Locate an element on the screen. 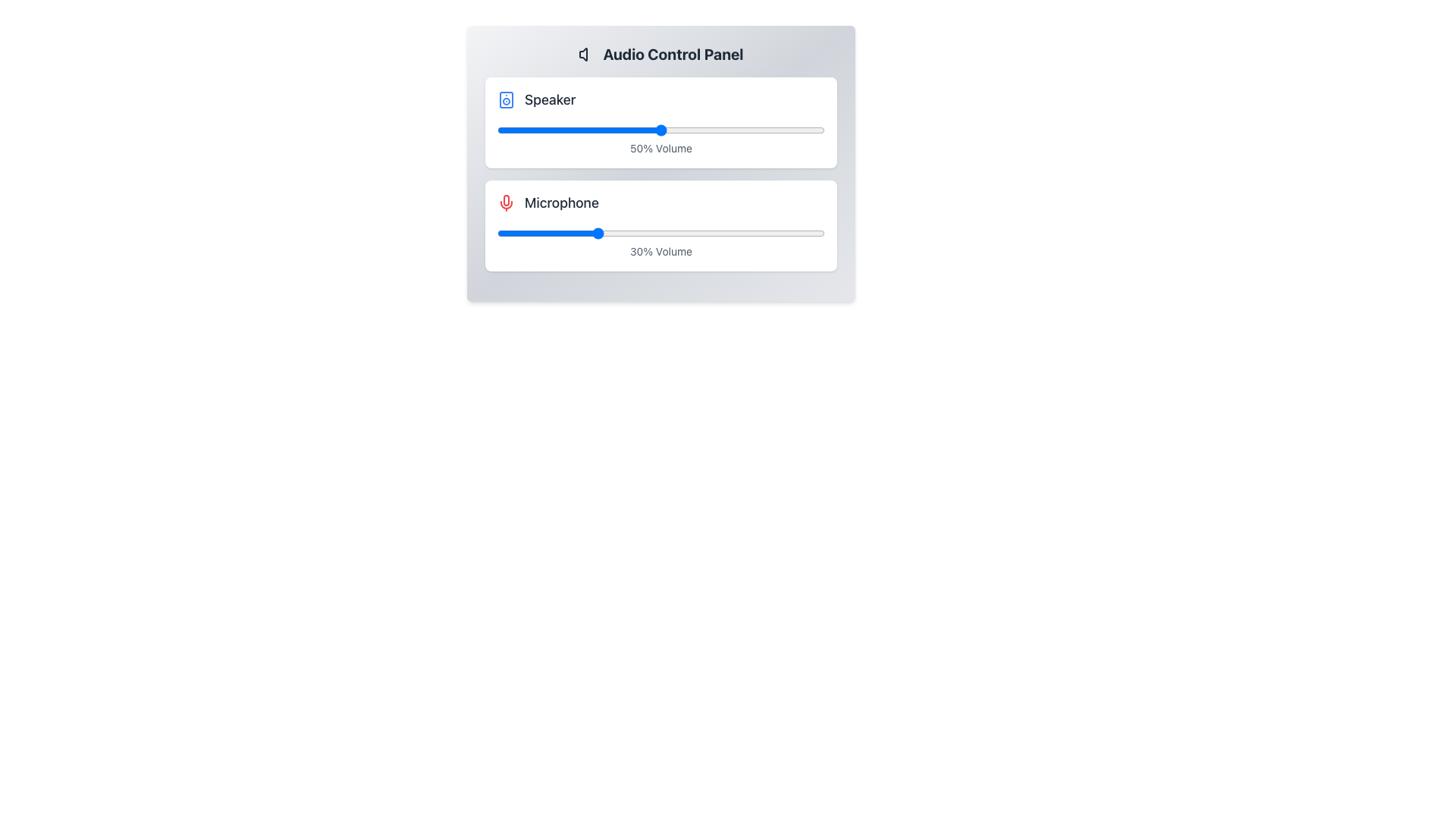  the microphone volume is located at coordinates (520, 234).